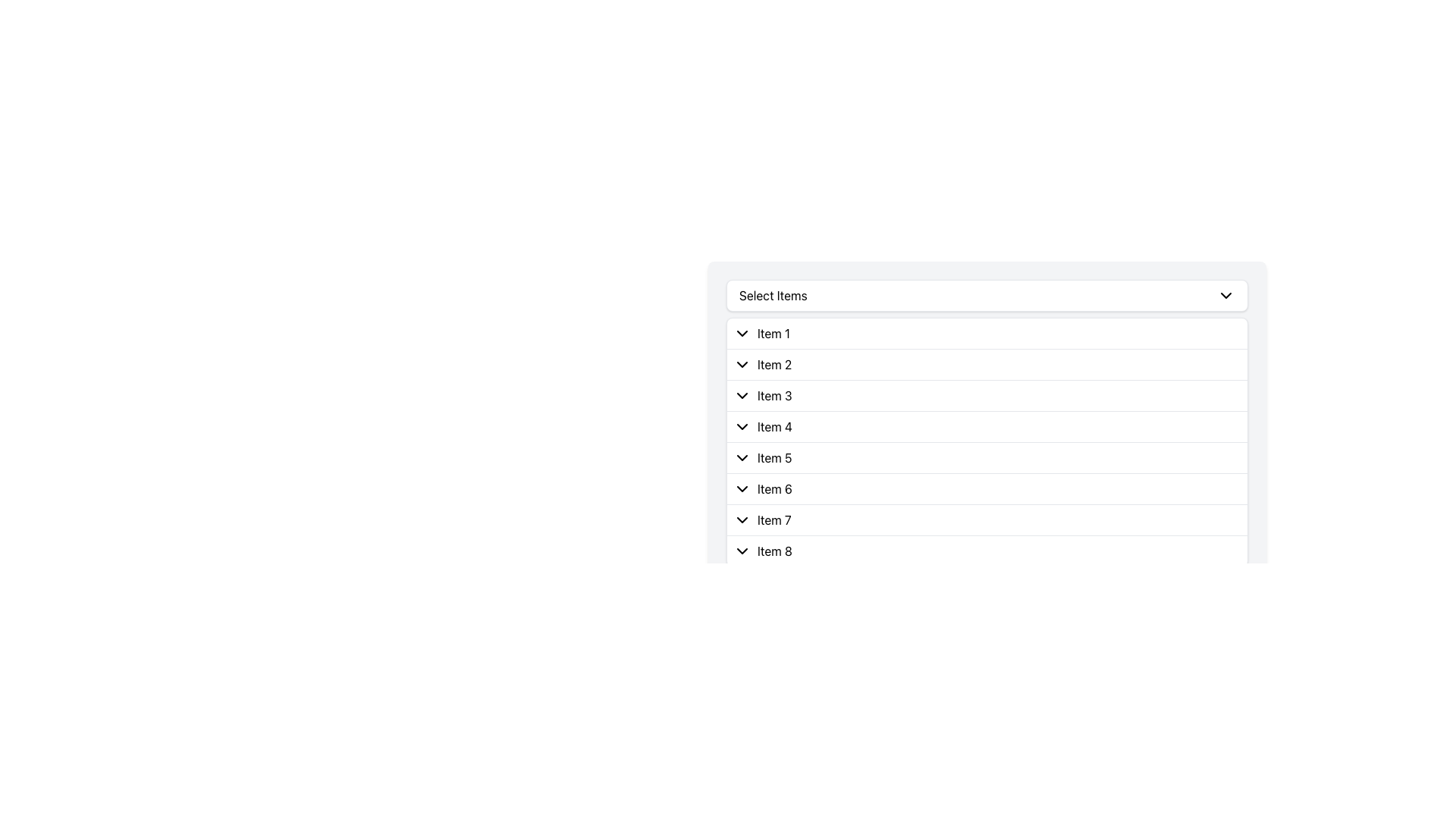 This screenshot has width=1456, height=819. Describe the element at coordinates (742, 551) in the screenshot. I see `the chevron-down icon indicating dropdown functionality for 'Item 8'` at that location.